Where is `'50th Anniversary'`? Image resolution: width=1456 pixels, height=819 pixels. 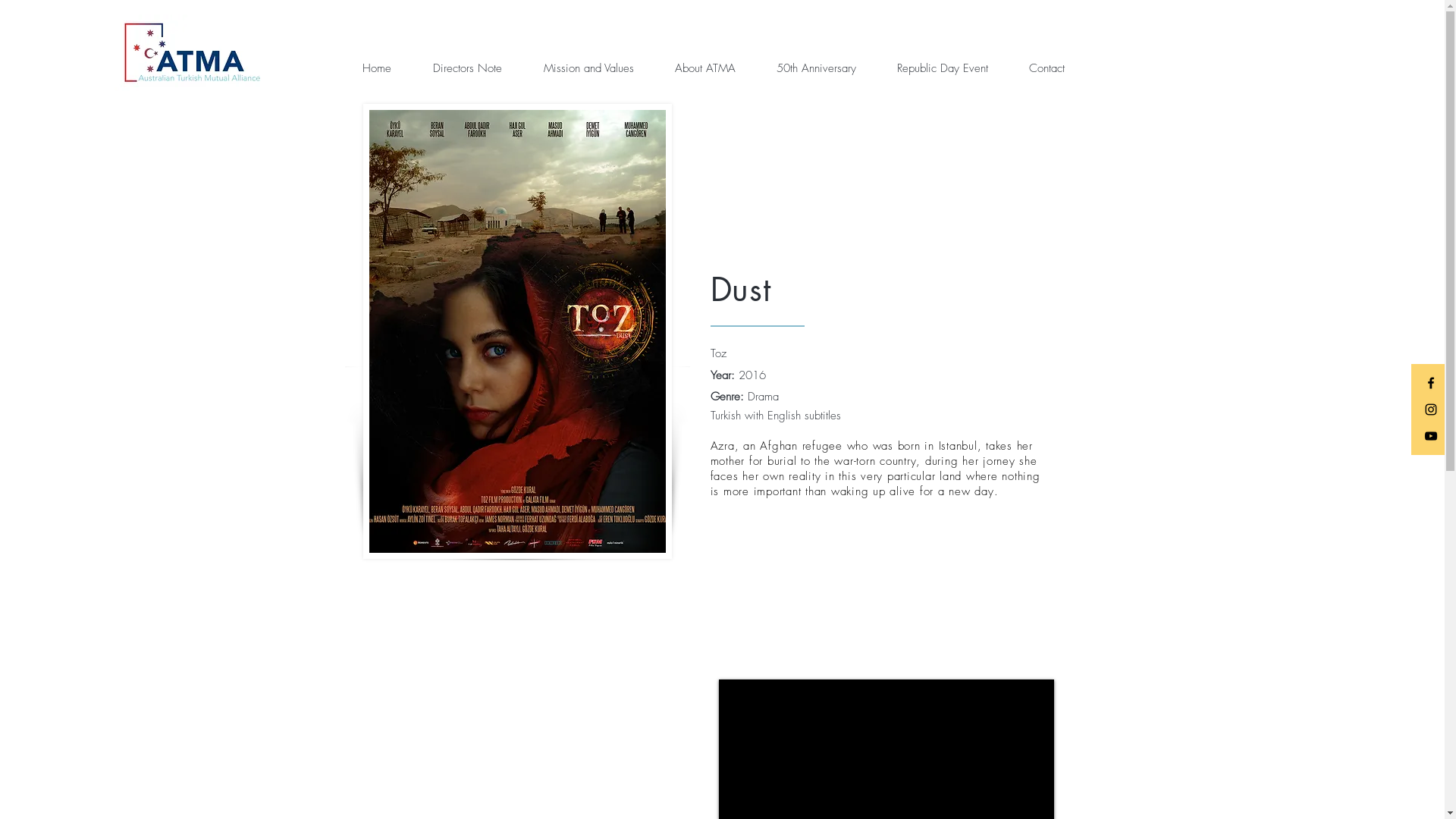 '50th Anniversary' is located at coordinates (824, 67).